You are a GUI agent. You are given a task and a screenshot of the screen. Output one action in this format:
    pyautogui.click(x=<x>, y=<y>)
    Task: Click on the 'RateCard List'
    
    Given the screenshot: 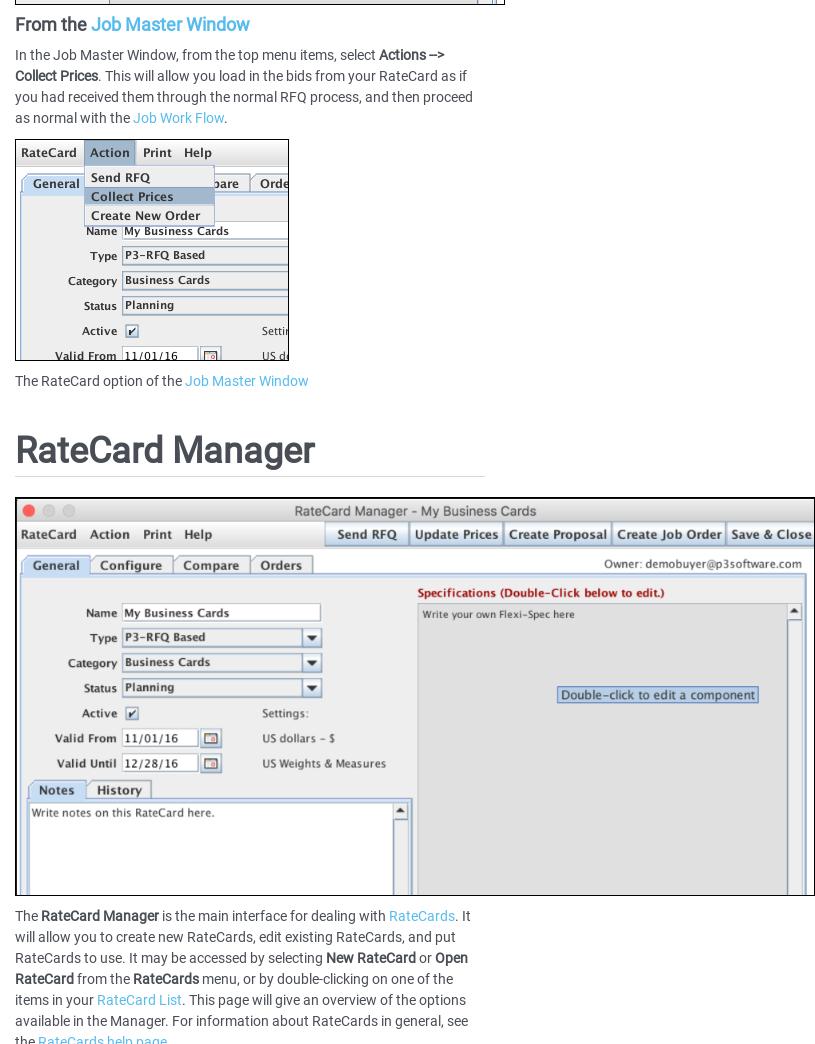 What is the action you would take?
    pyautogui.click(x=139, y=1000)
    